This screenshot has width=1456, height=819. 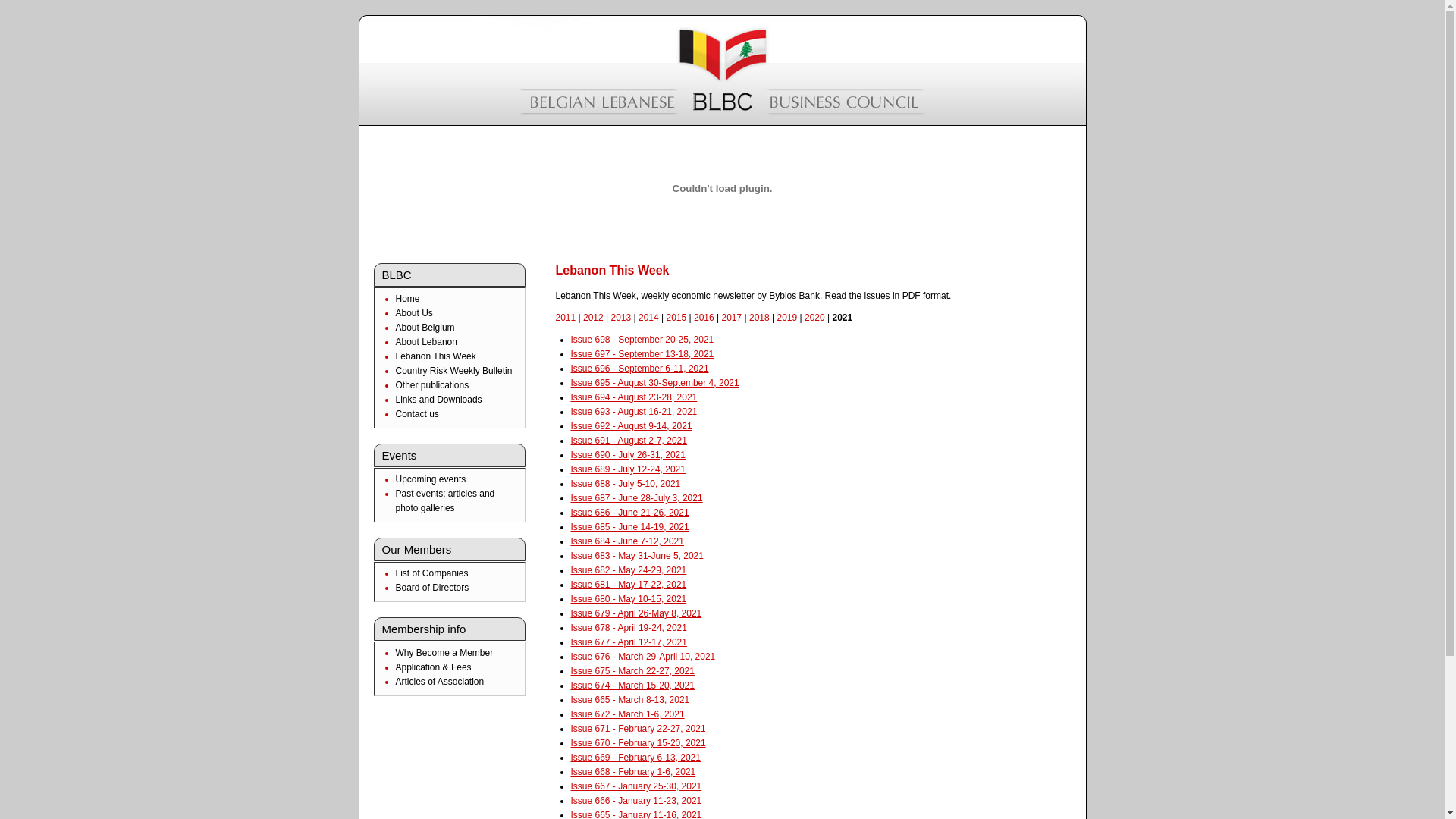 What do you see at coordinates (453, 371) in the screenshot?
I see `'Country Risk Weekly Bulletin'` at bounding box center [453, 371].